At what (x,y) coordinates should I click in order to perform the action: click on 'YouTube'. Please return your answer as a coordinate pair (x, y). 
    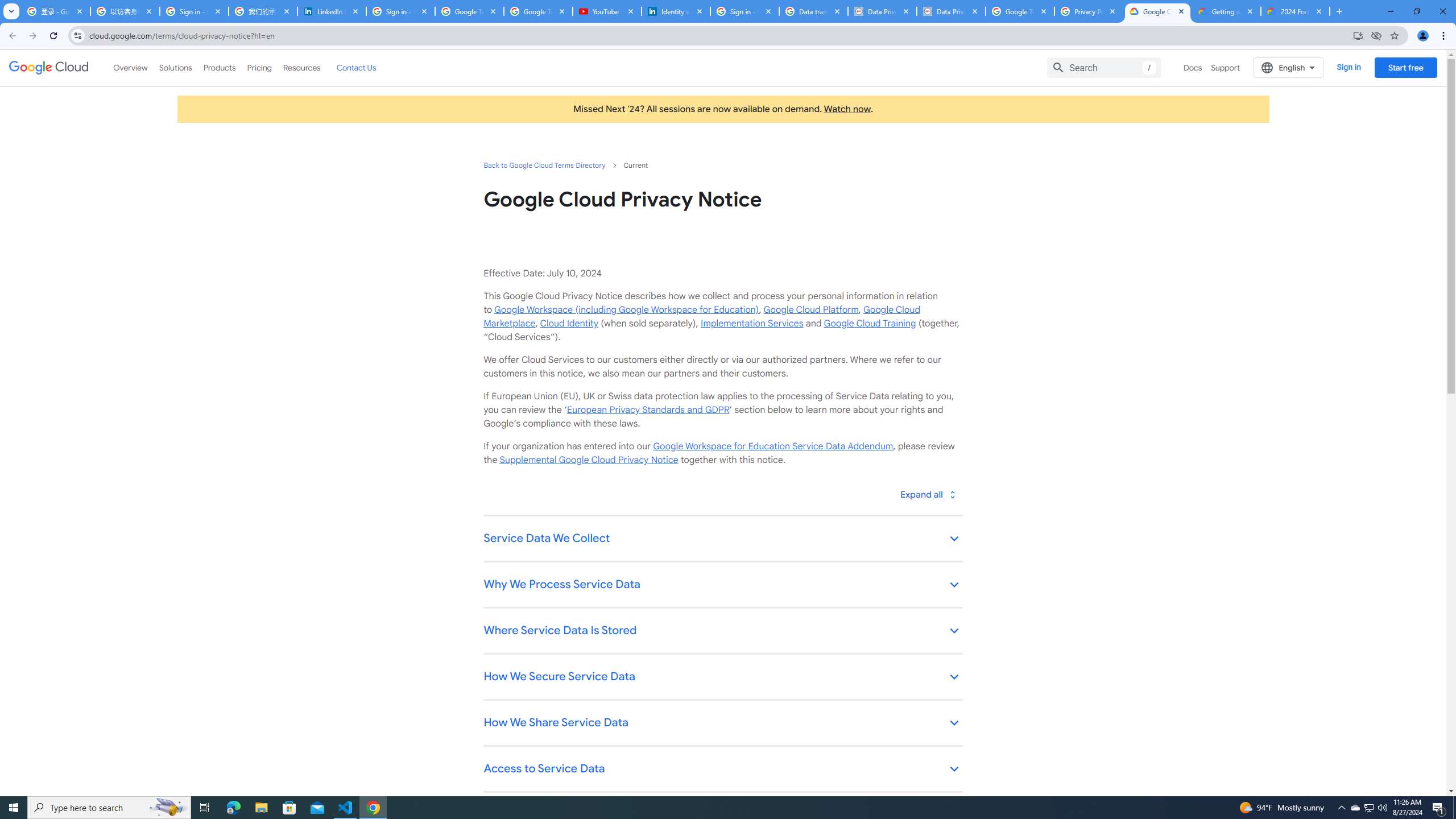
    Looking at the image, I should click on (607, 11).